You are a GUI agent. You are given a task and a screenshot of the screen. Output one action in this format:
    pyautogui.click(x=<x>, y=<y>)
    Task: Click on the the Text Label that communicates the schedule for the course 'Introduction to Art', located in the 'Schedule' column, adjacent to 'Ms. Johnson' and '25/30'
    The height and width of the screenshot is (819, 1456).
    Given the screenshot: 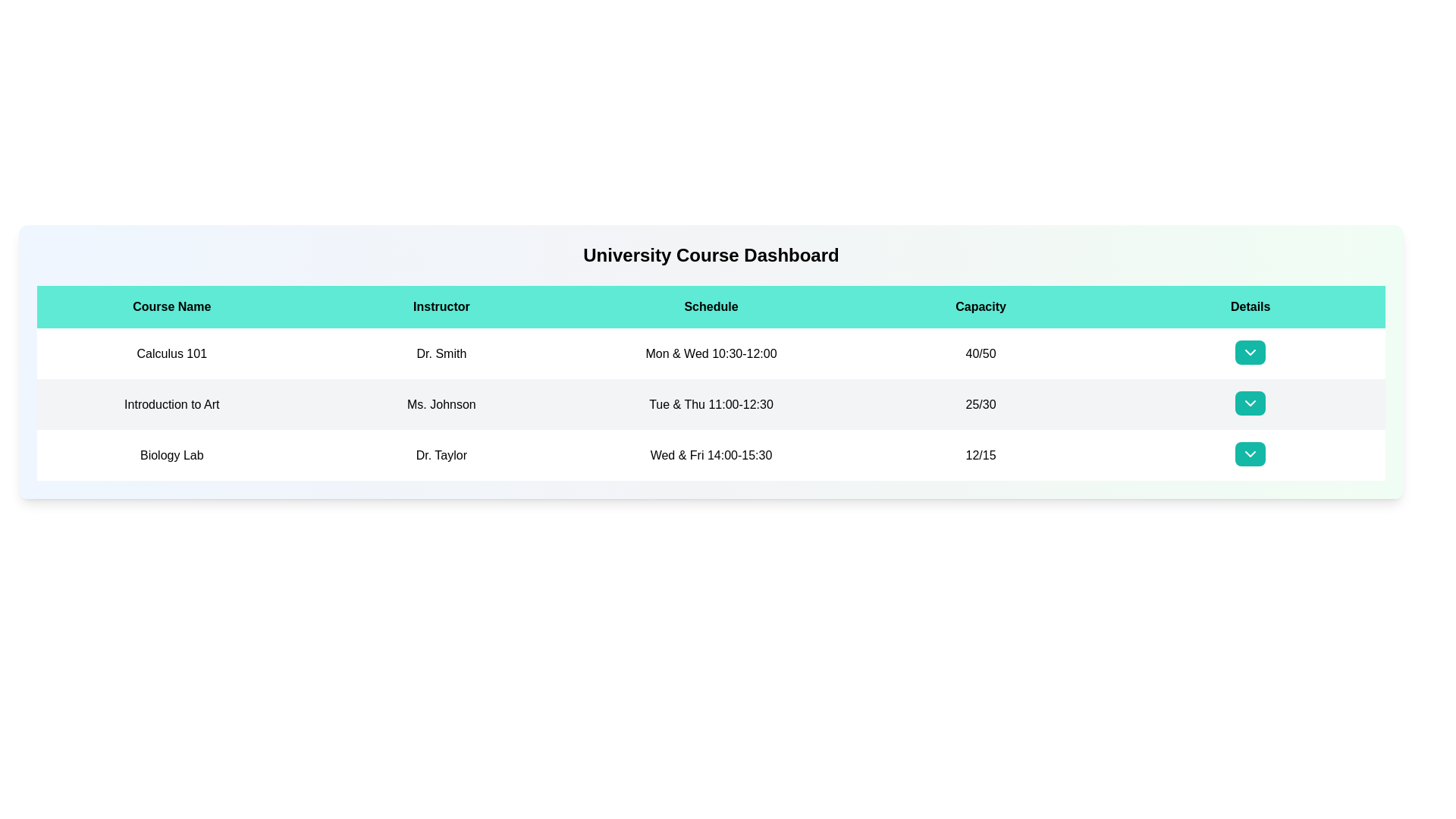 What is the action you would take?
    pyautogui.click(x=710, y=403)
    